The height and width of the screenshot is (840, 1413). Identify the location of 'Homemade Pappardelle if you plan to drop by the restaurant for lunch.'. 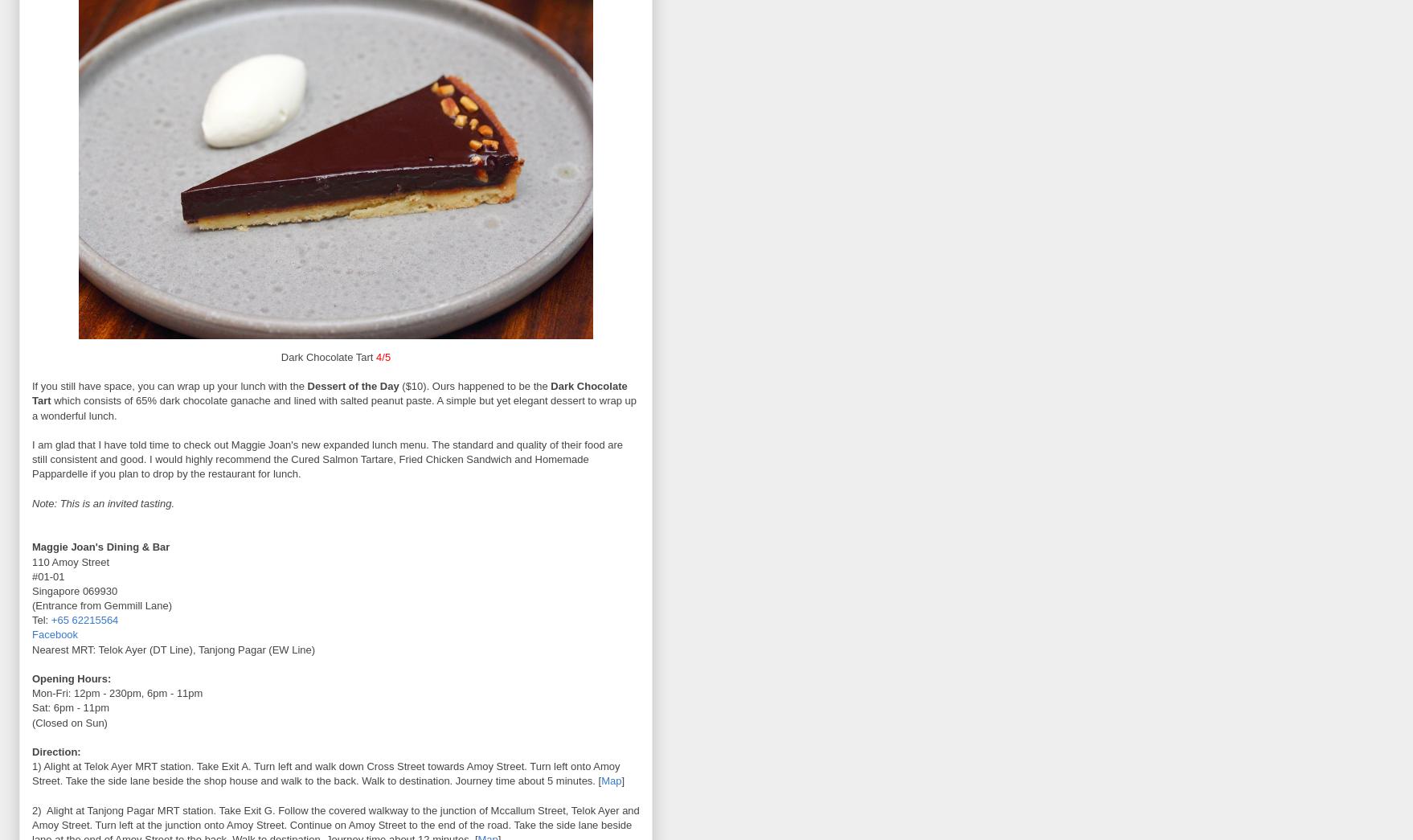
(310, 466).